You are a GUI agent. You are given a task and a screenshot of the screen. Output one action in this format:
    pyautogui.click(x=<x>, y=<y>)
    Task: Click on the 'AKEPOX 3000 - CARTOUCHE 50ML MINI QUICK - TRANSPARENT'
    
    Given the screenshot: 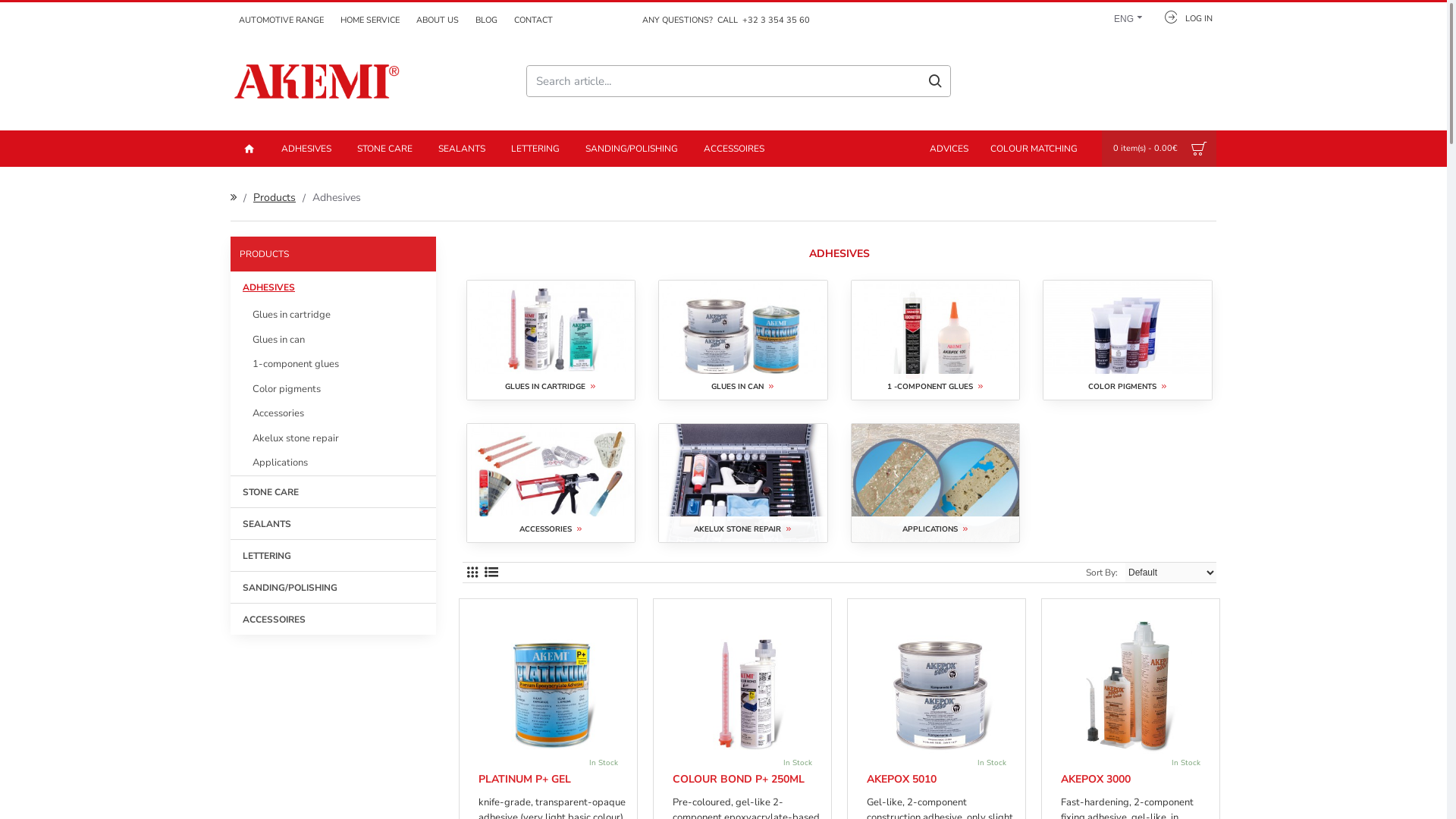 What is the action you would take?
    pyautogui.click(x=1134, y=684)
    